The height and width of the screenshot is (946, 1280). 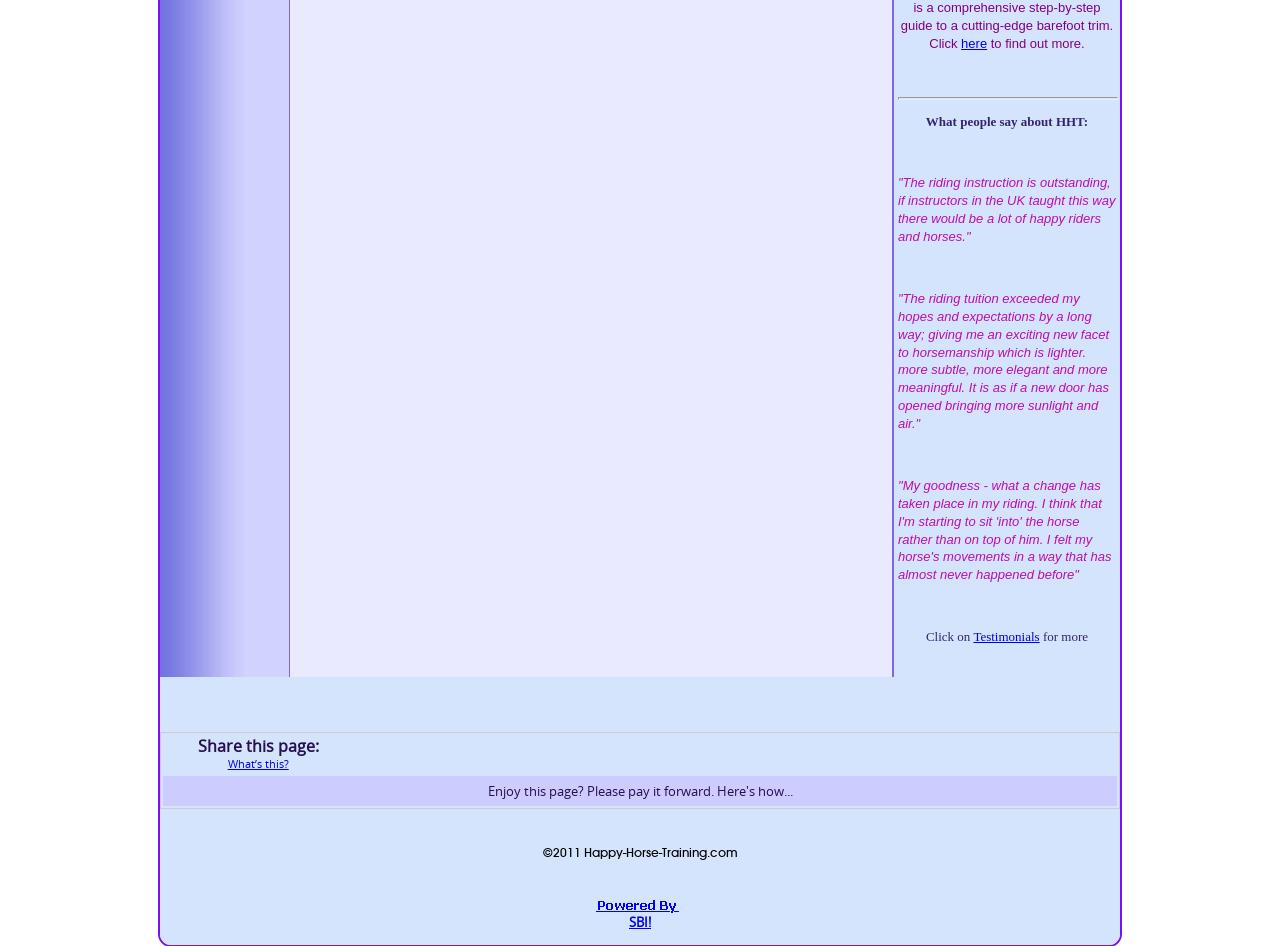 What do you see at coordinates (640, 920) in the screenshot?
I see `'SBI!'` at bounding box center [640, 920].